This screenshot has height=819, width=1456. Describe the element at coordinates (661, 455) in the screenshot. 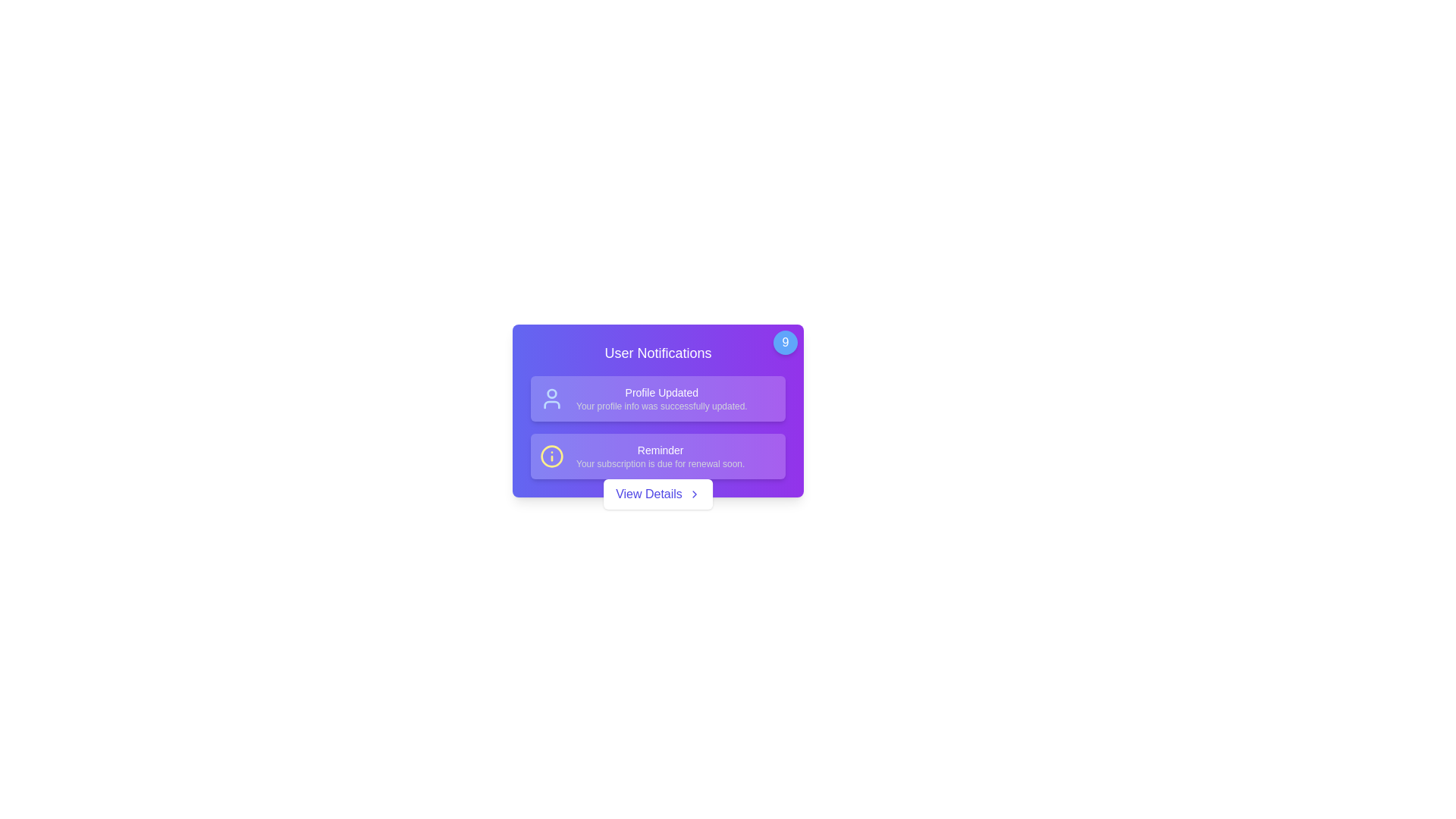

I see `notification message displayed in the second notification card of the 'User Notifications' section, located below the 'info' icon` at that location.